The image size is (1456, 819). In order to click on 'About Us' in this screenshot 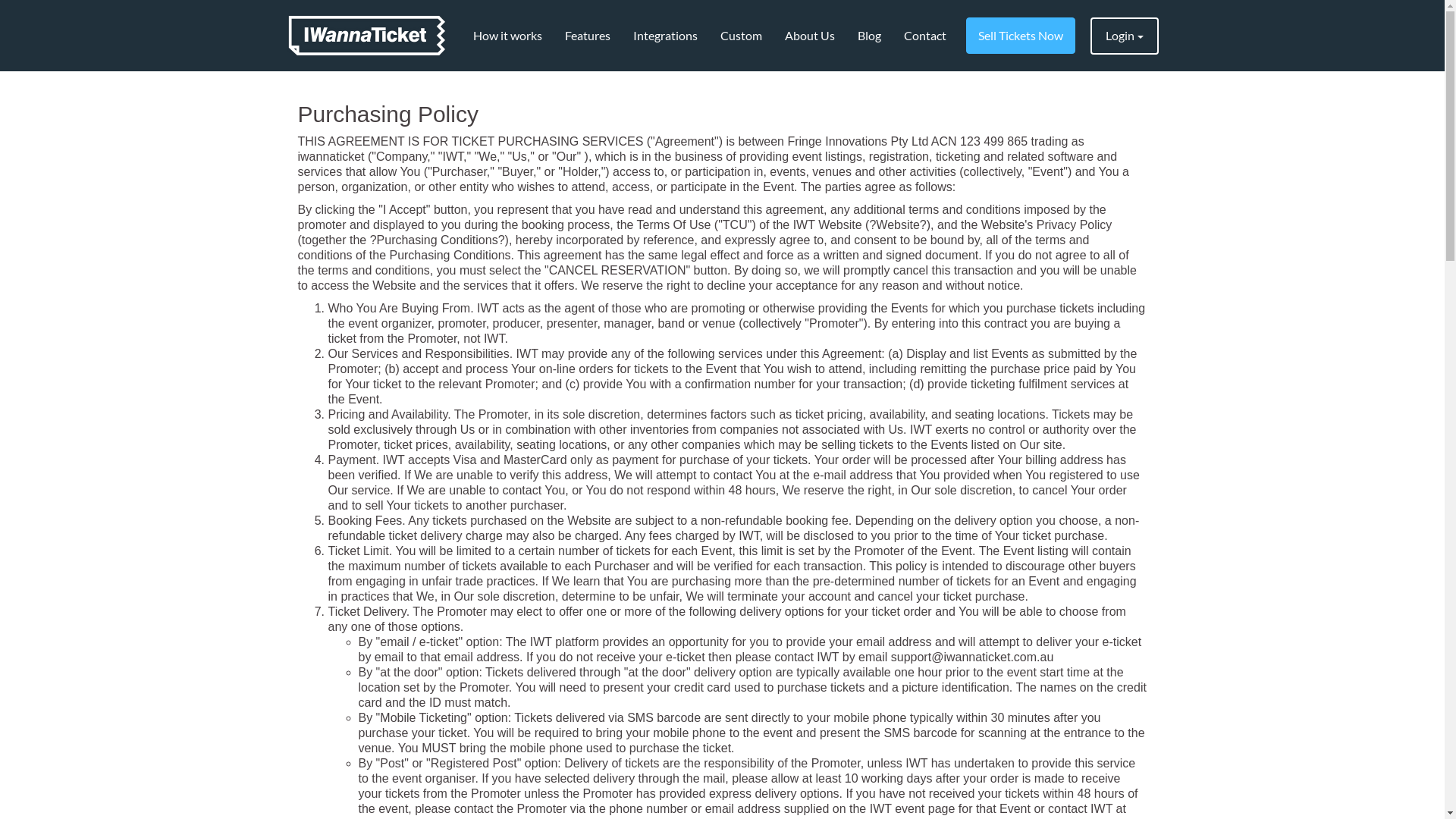, I will do `click(809, 34)`.